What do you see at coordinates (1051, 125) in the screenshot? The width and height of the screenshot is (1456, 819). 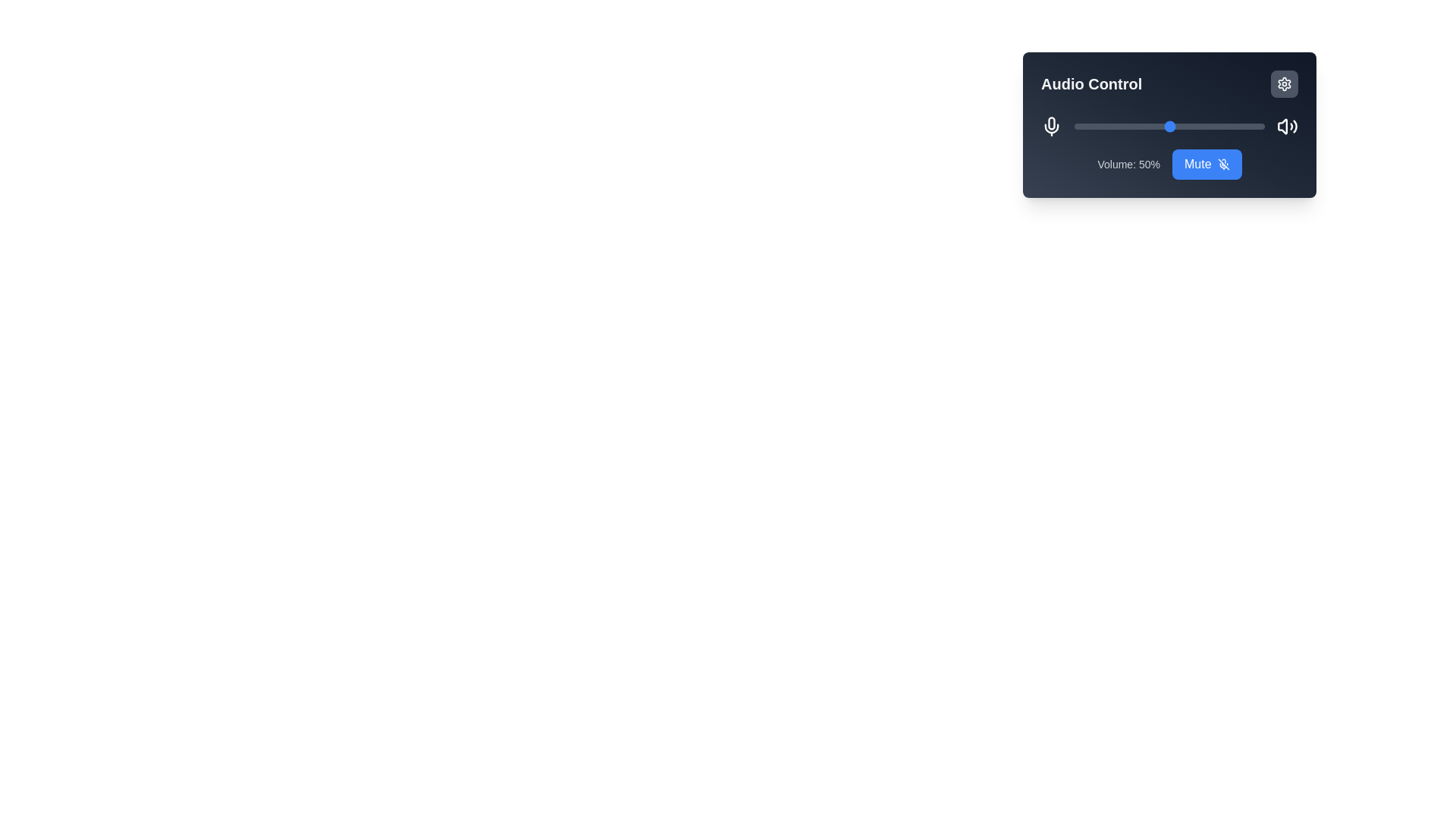 I see `the microphone icon with a white outline on a dark background` at bounding box center [1051, 125].